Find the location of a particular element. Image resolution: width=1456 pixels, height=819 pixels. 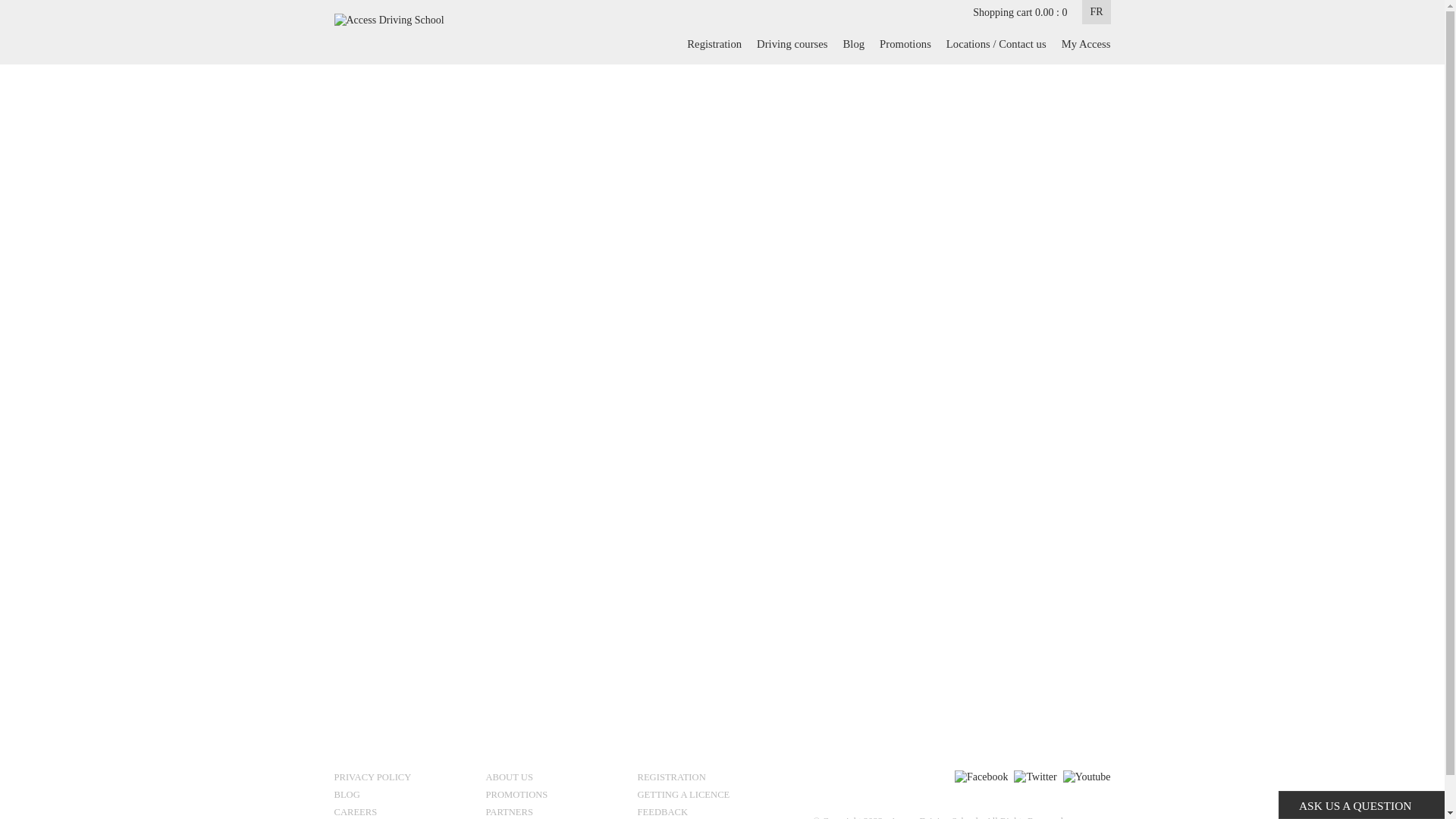

'Promotions' is located at coordinates (905, 42).